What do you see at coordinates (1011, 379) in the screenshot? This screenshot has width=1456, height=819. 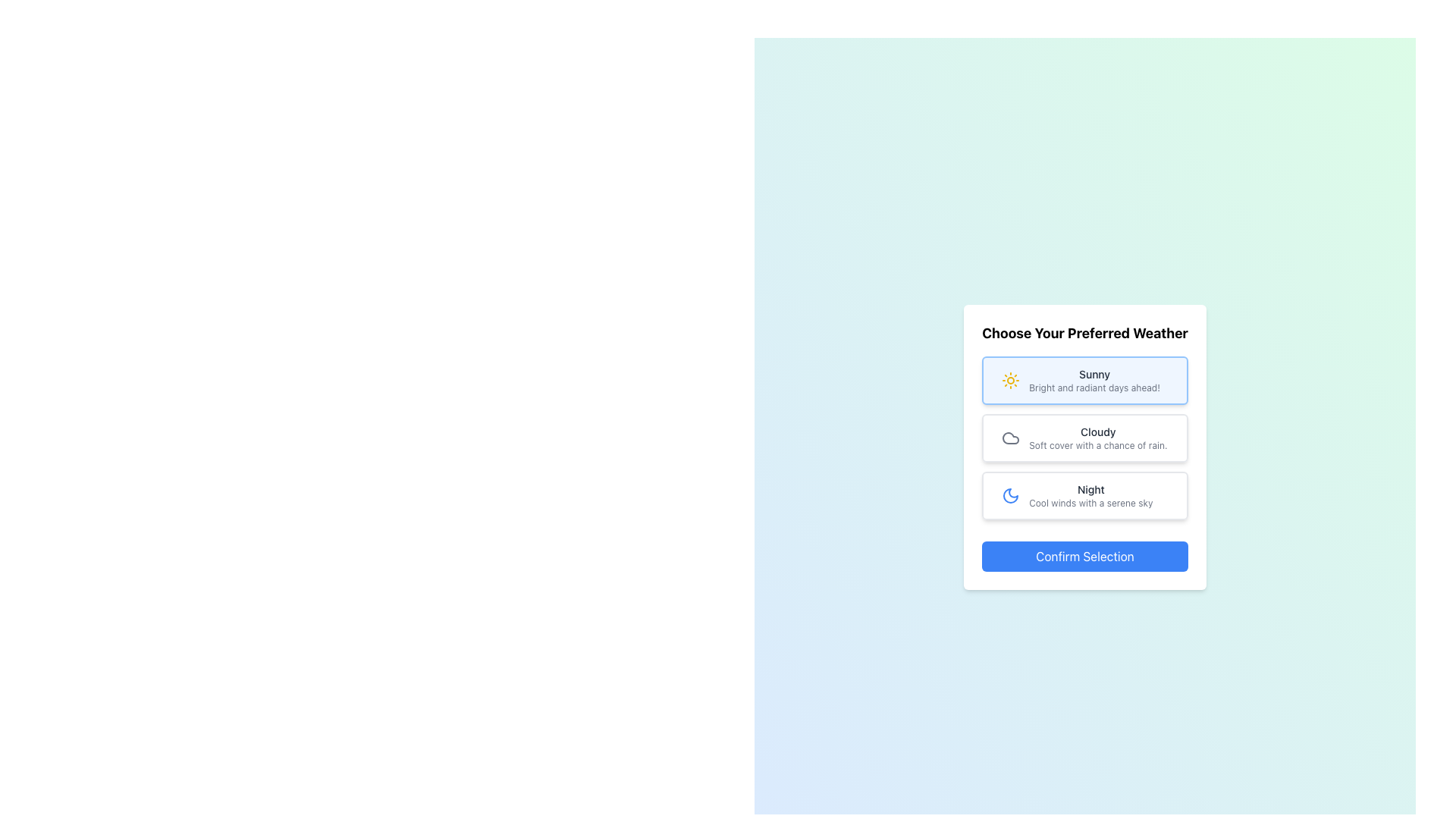 I see `the sun icon which indicates the 'Sunny' weather option in the vertical selection menu titled 'Choose Your Preferred Weather'` at bounding box center [1011, 379].